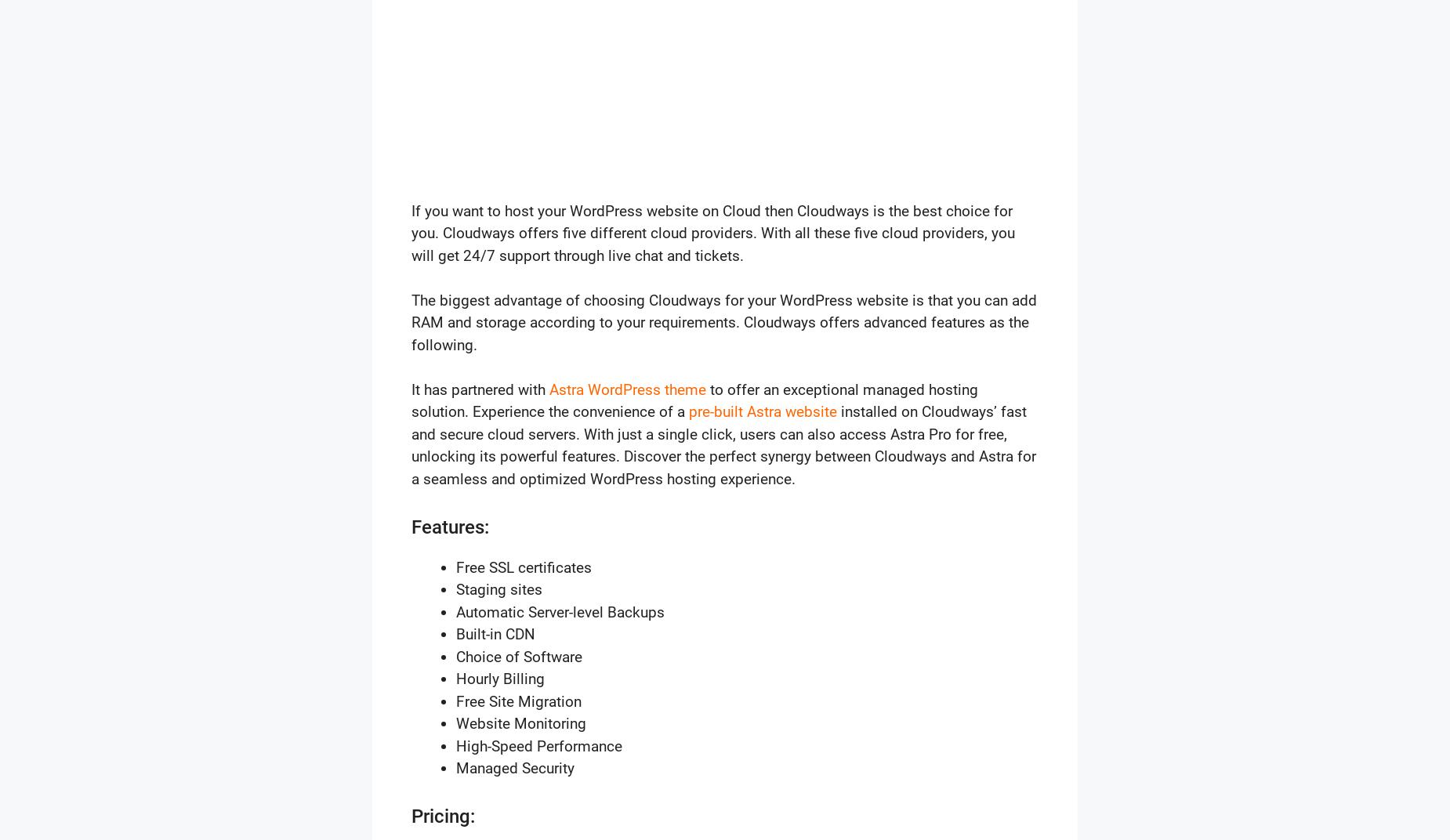 The width and height of the screenshot is (1450, 840). What do you see at coordinates (515, 767) in the screenshot?
I see `'Managed Security'` at bounding box center [515, 767].